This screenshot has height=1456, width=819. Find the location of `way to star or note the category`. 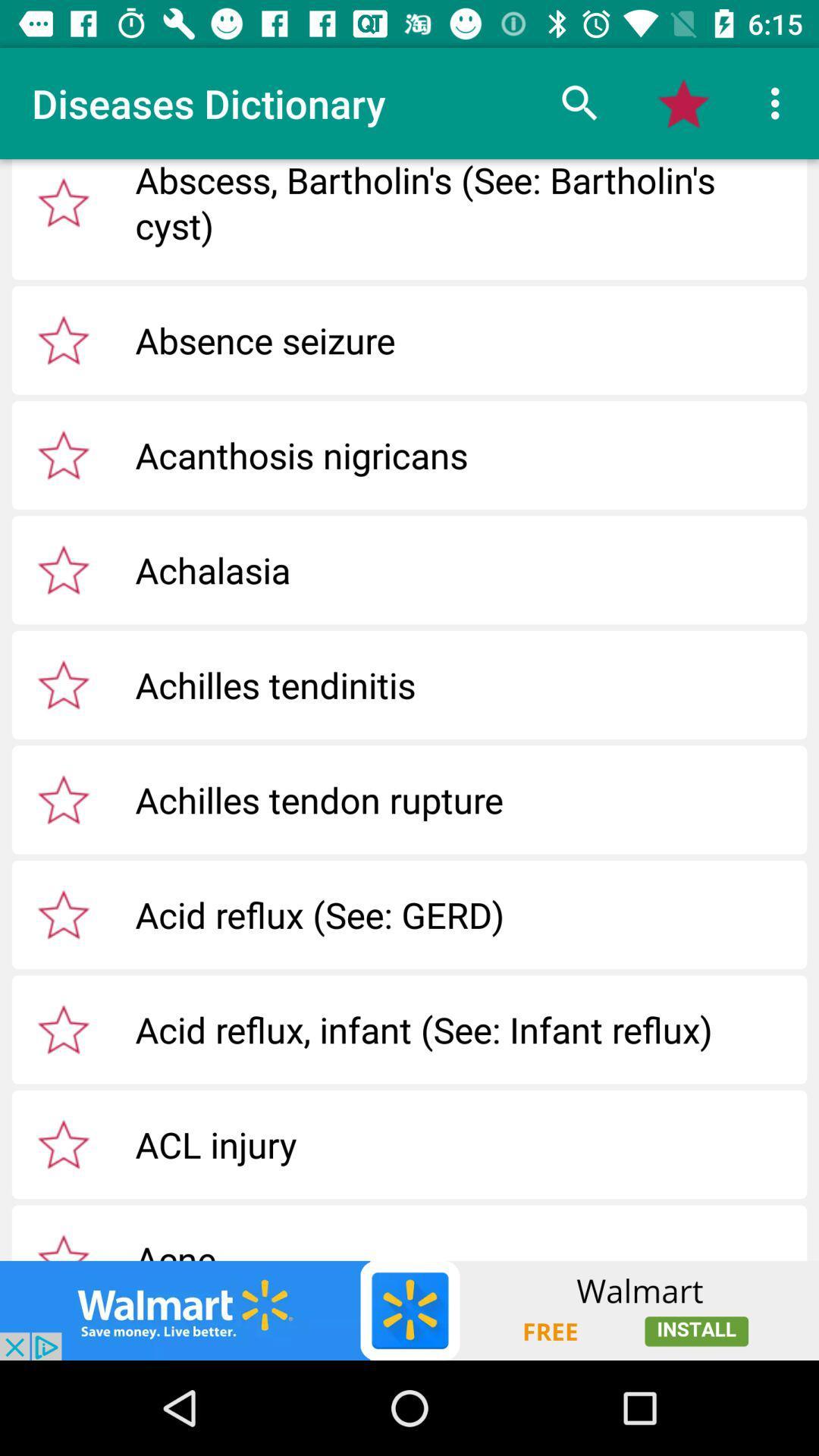

way to star or note the category is located at coordinates (63, 202).